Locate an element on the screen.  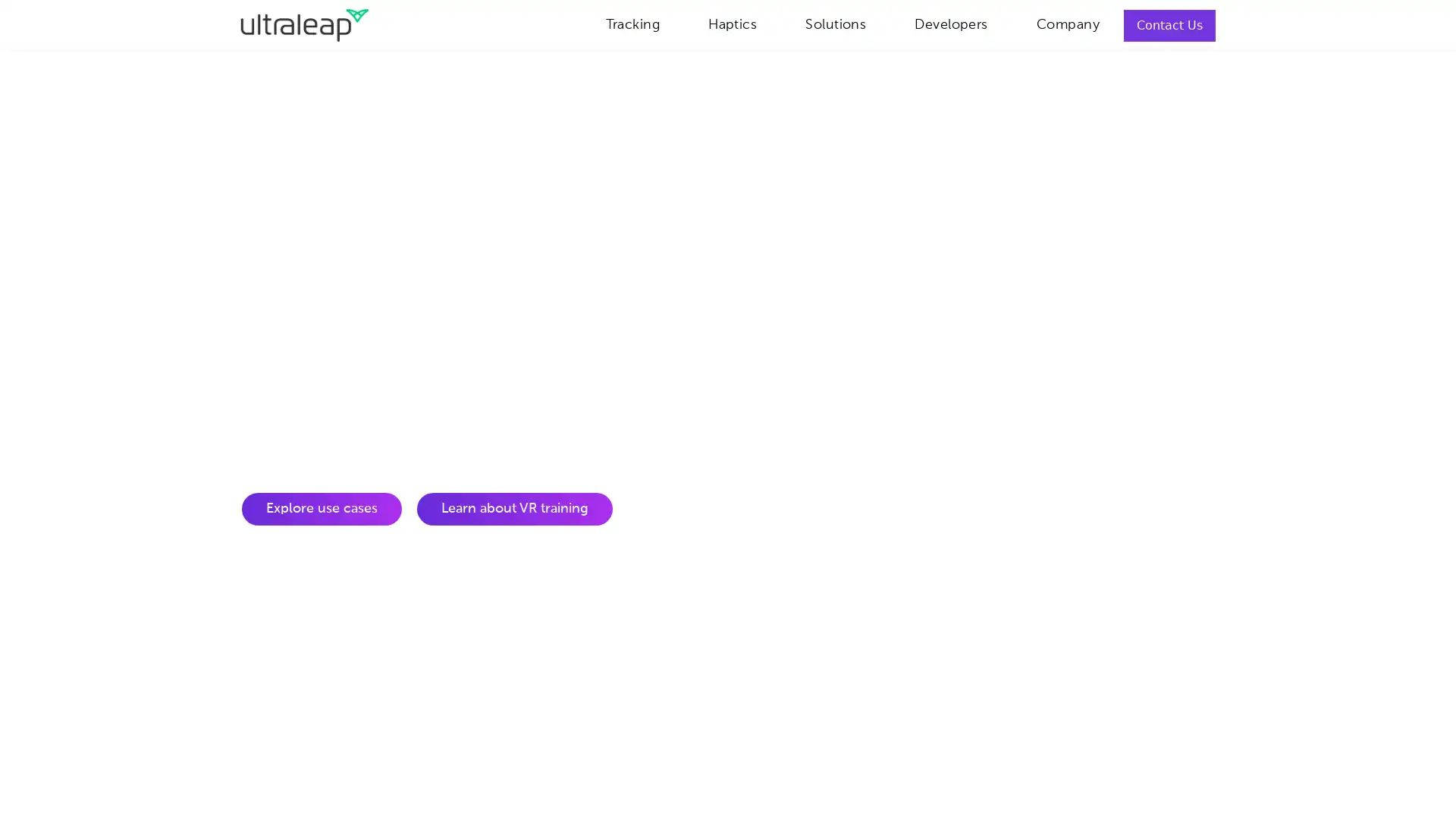
Toggle submenu is located at coordinates (1005, 23).